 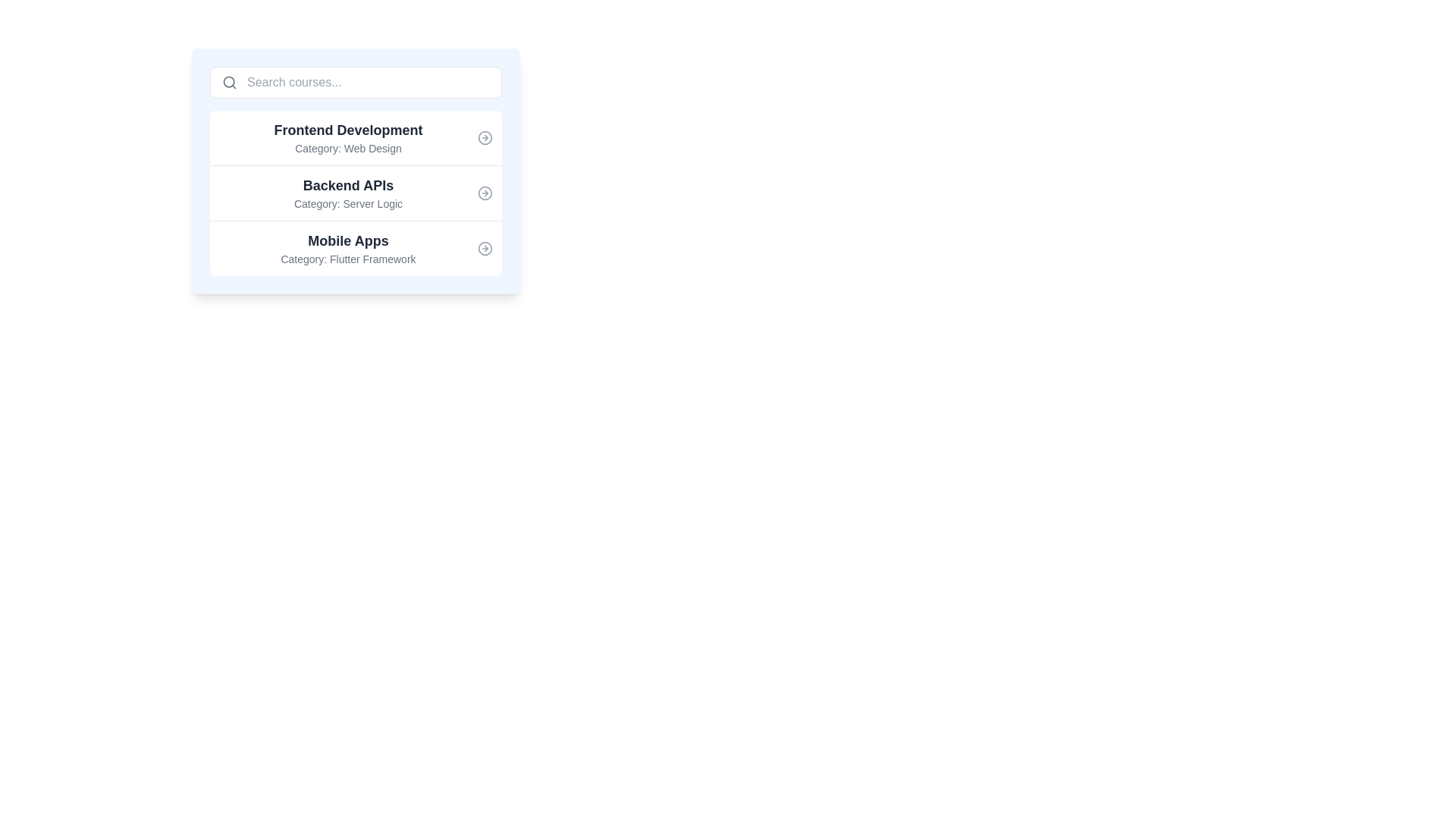 I want to click on the text label displaying 'Category: Web Design', which is located directly below 'Frontend Development' and is shown in small gray font, so click(x=347, y=149).